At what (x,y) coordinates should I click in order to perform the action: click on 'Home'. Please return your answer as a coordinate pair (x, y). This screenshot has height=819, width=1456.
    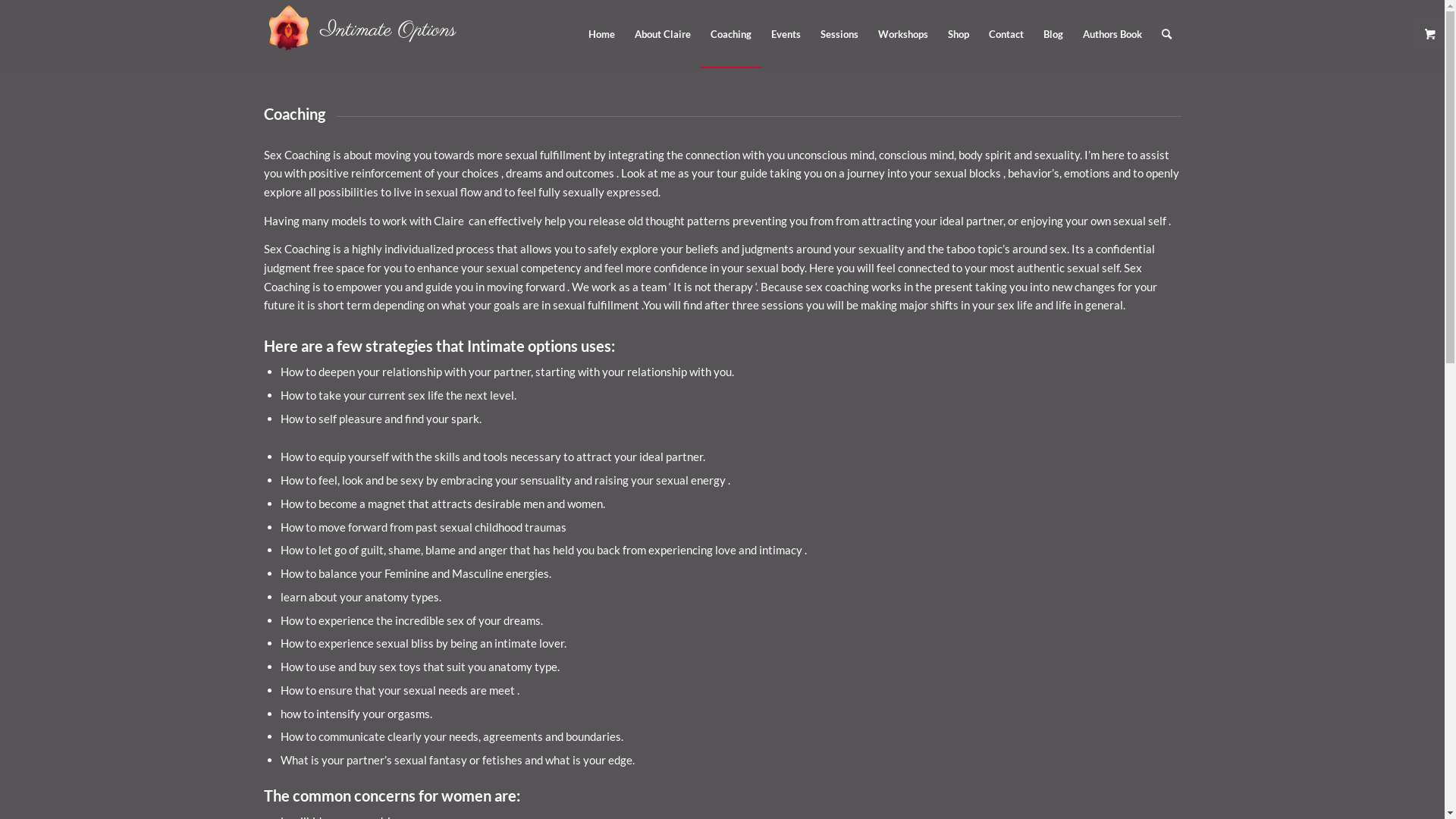
    Looking at the image, I should click on (600, 34).